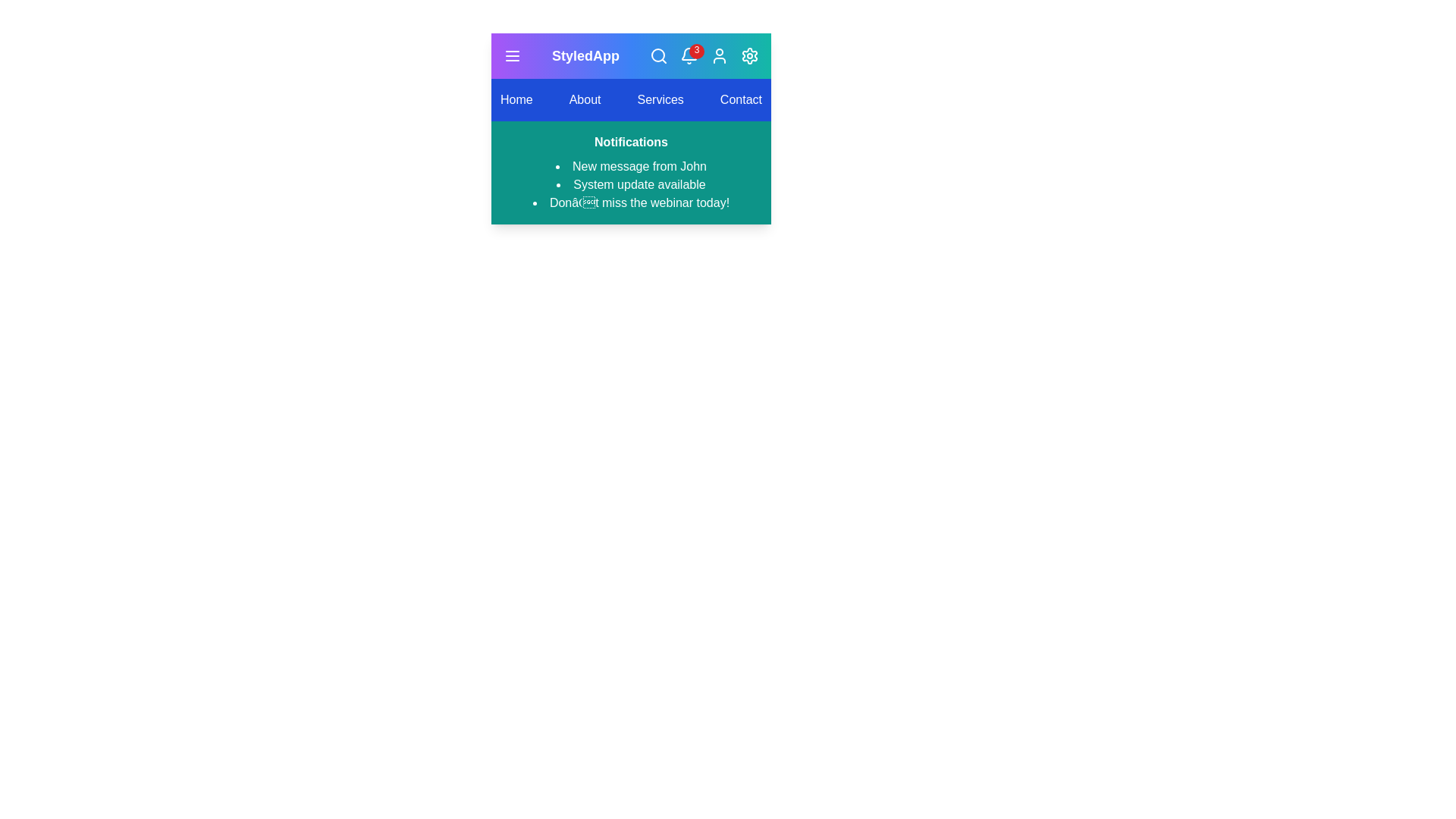 The height and width of the screenshot is (819, 1456). Describe the element at coordinates (695, 51) in the screenshot. I see `the Notification Badge located in the top-right corner of the bell icon component in the header section to interpret the pending notifications` at that location.